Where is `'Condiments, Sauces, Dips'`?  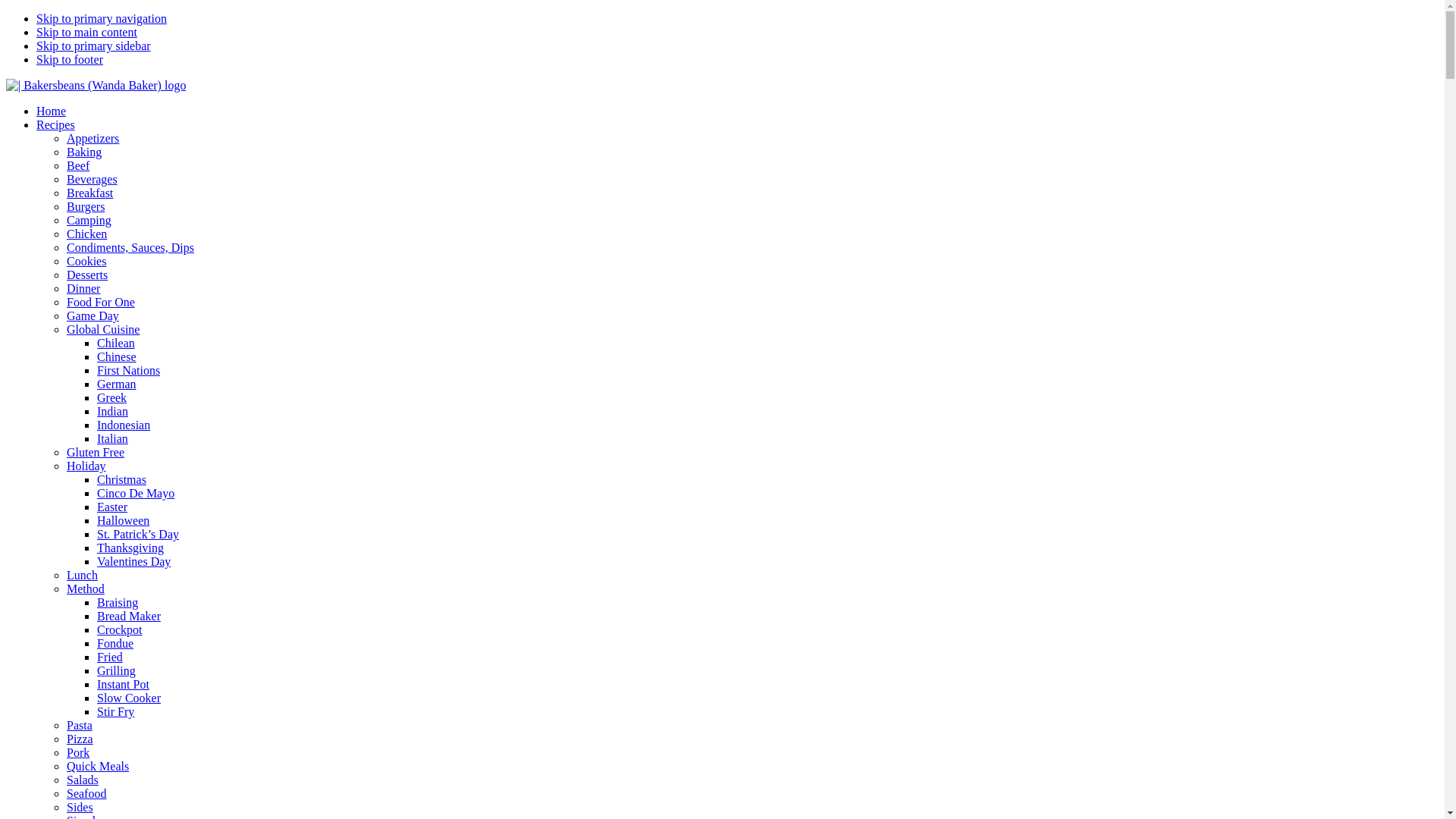
'Condiments, Sauces, Dips' is located at coordinates (65, 246).